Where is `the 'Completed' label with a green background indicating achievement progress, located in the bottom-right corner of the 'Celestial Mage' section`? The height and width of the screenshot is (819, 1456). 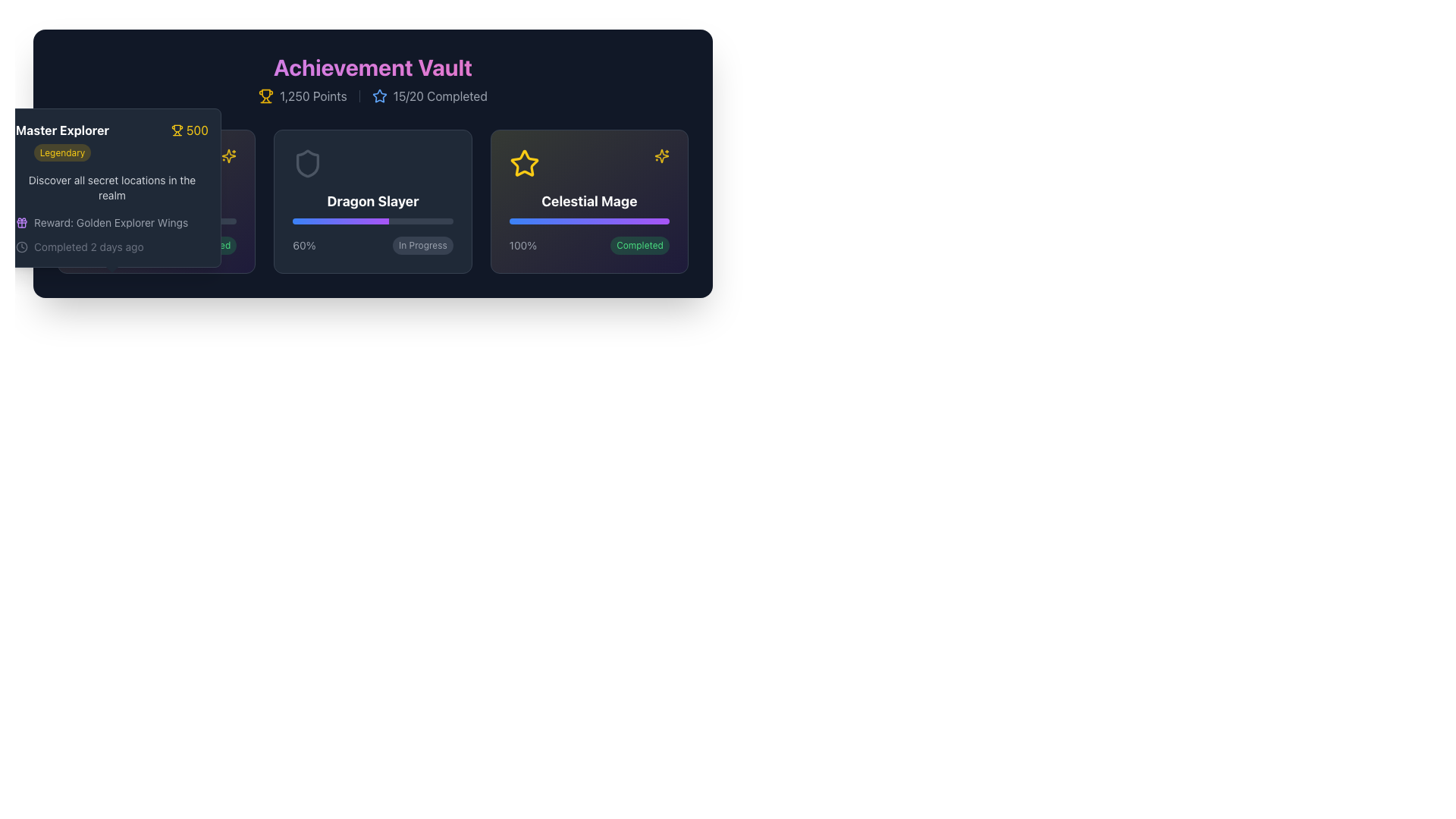
the 'Completed' label with a green background indicating achievement progress, located in the bottom-right corner of the 'Celestial Mage' section is located at coordinates (640, 245).